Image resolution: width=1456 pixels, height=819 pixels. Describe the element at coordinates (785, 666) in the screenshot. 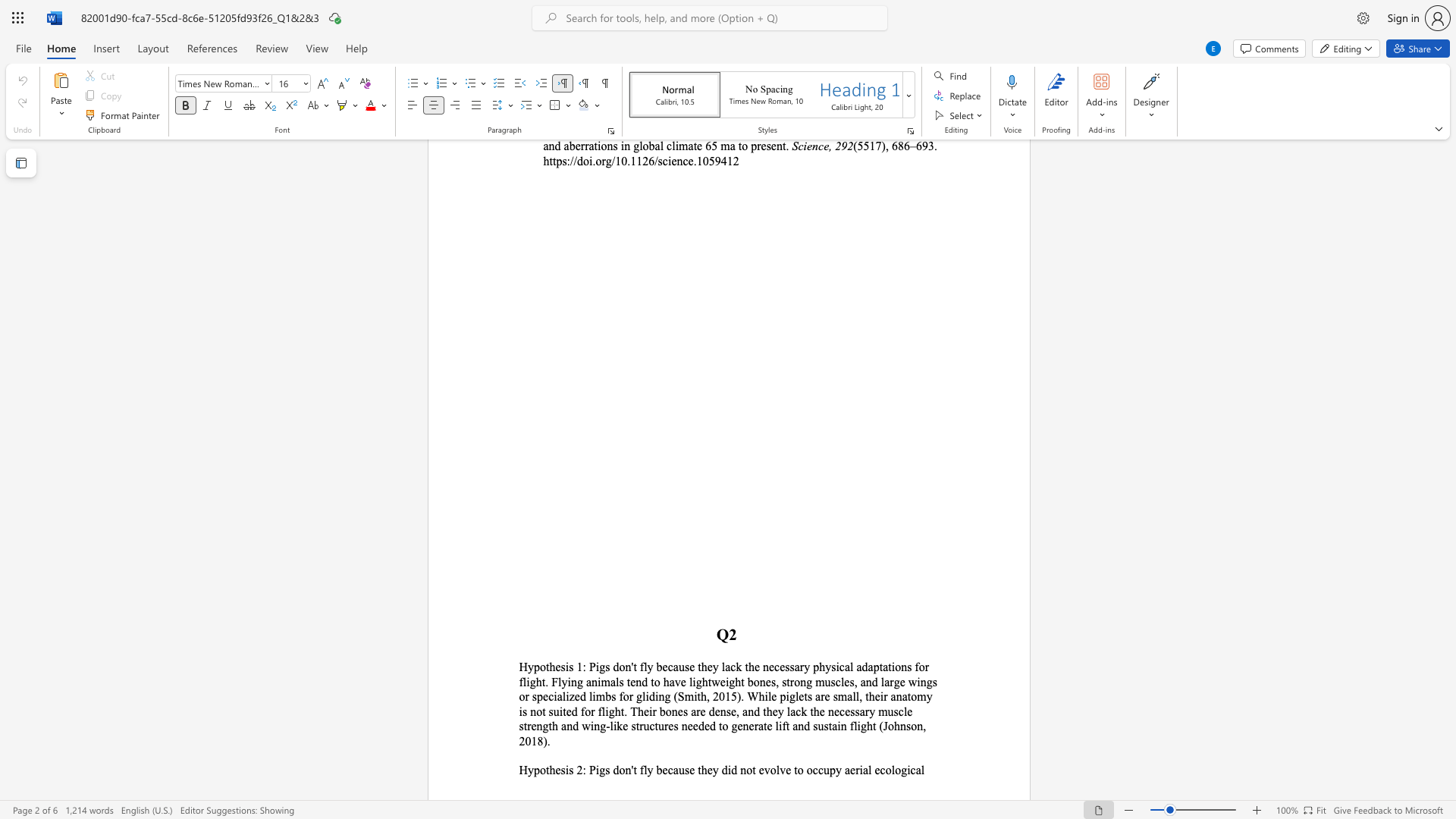

I see `the subset text "ssary physical adaptat" within the text "fly because they lack the necessary physical adaptations for"` at that location.